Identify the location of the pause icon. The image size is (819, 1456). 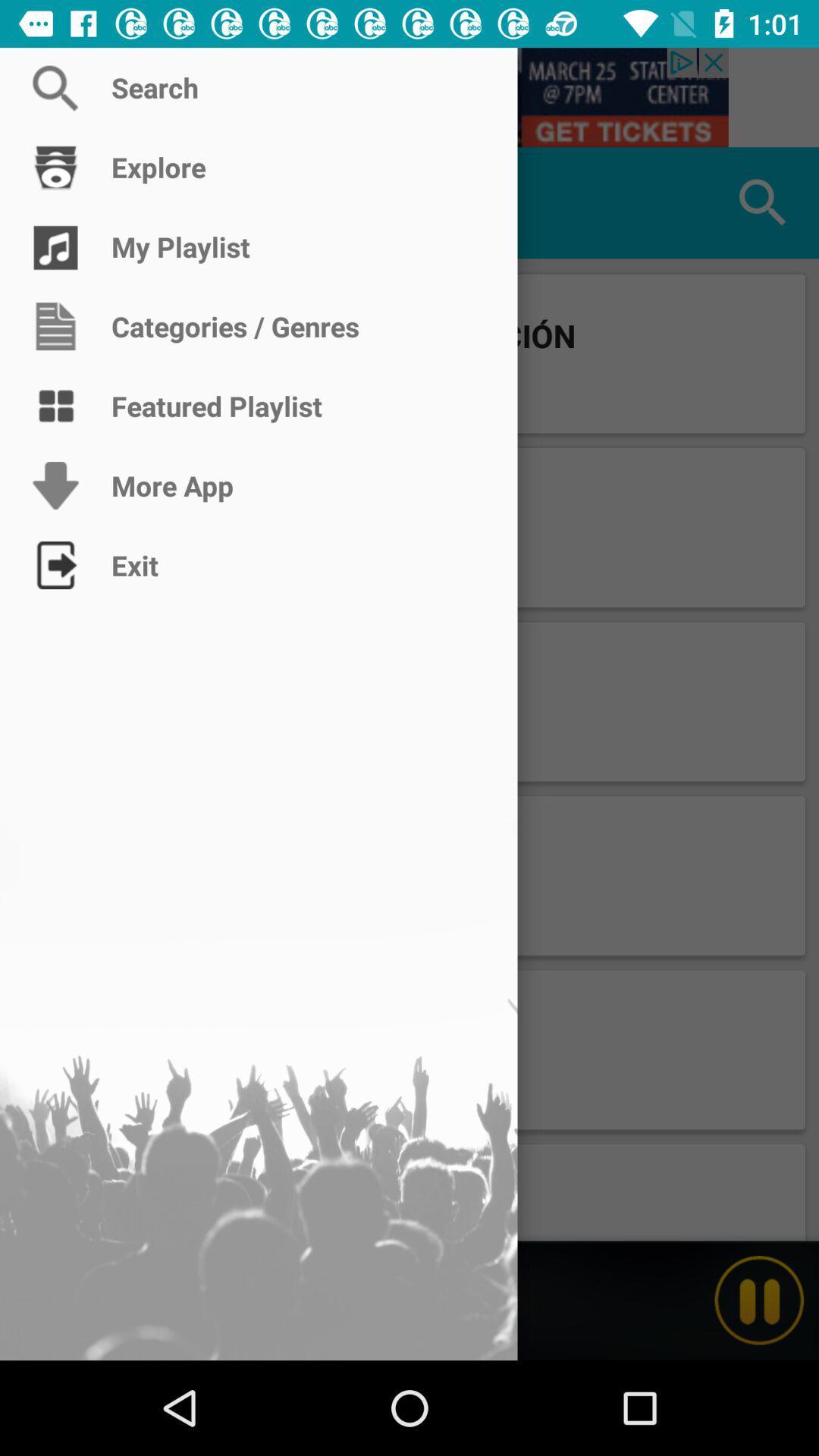
(759, 1300).